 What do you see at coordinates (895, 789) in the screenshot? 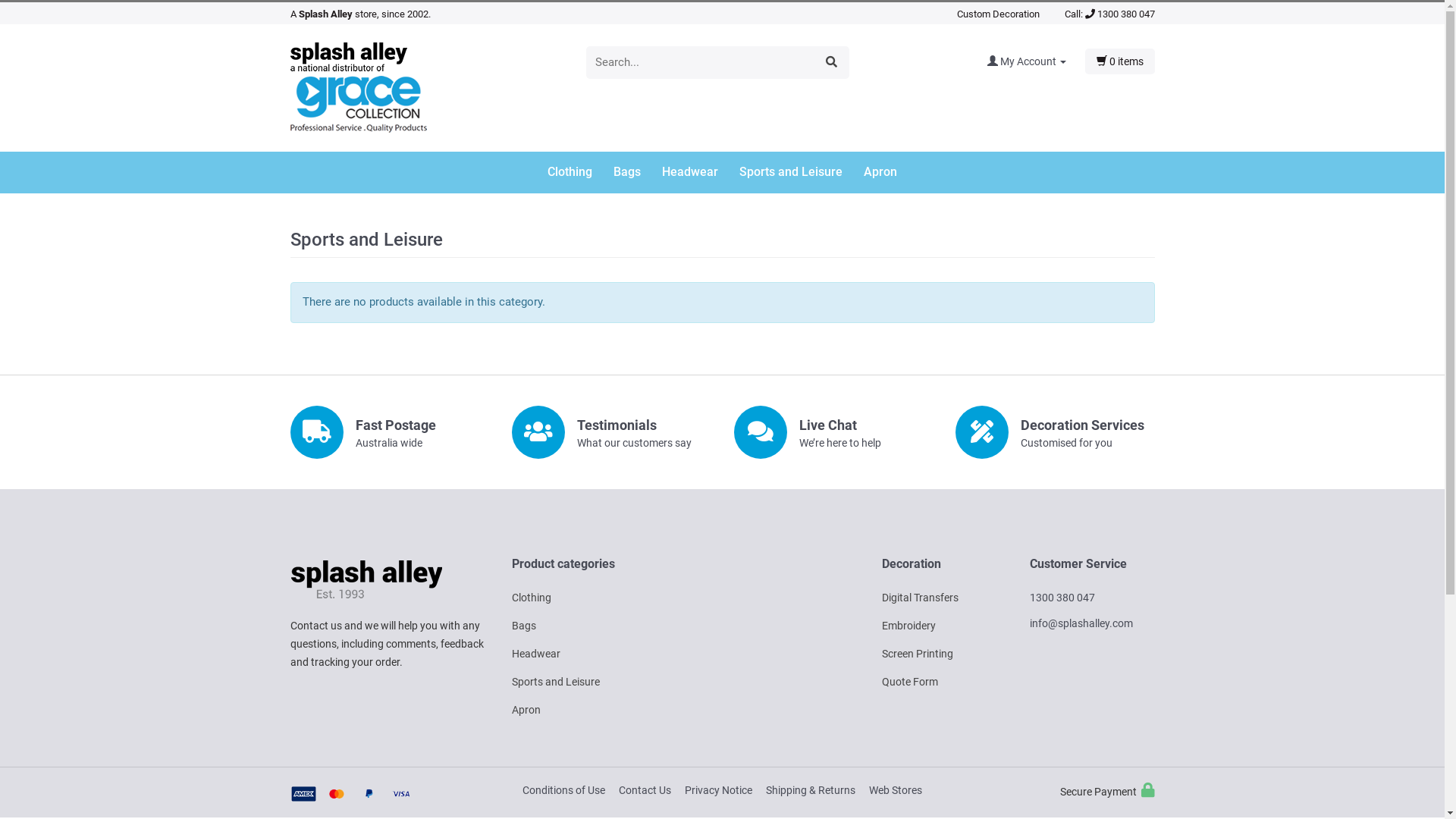
I see `'Web Stores'` at bounding box center [895, 789].